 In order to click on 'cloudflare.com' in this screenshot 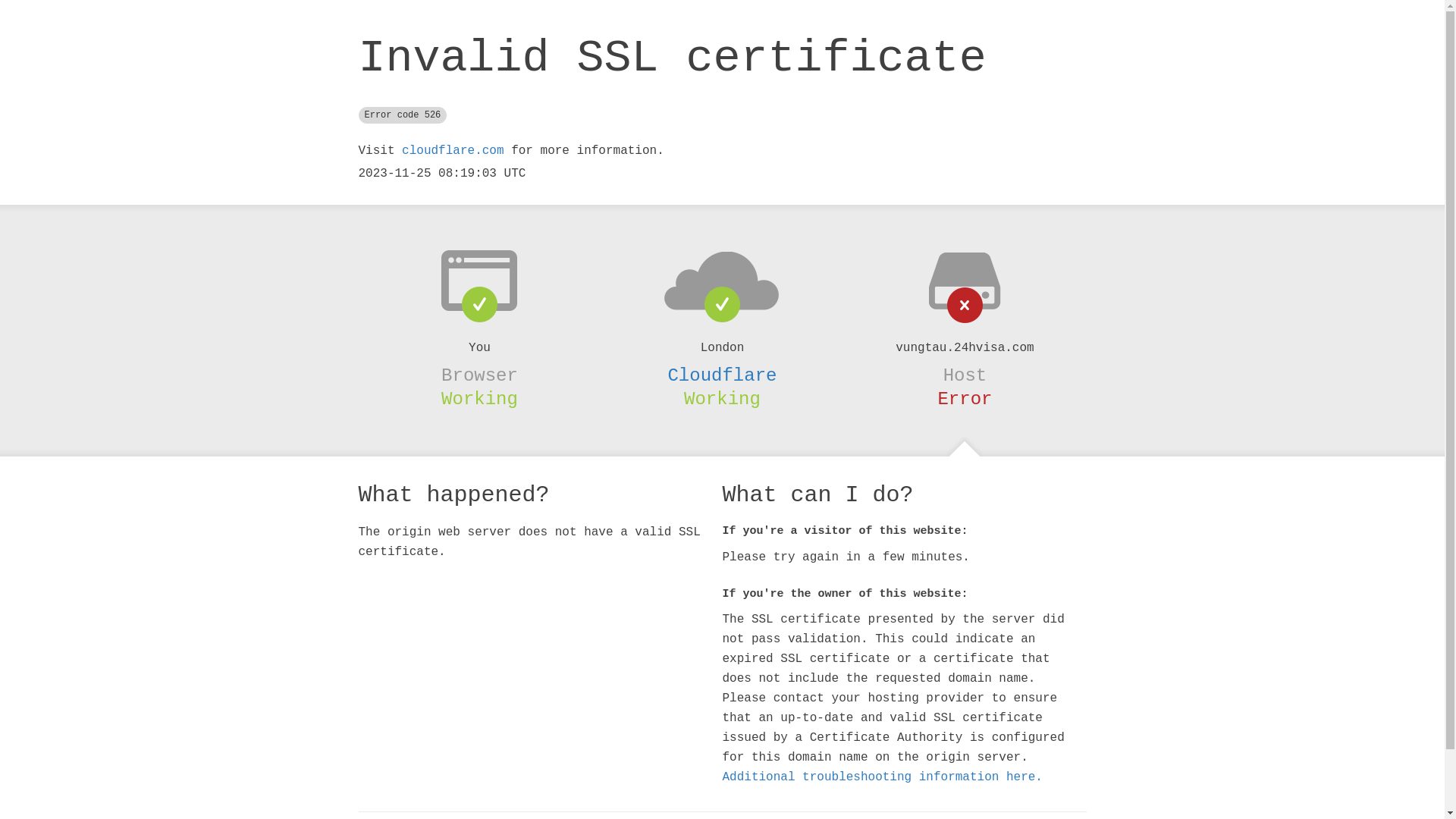, I will do `click(451, 151)`.